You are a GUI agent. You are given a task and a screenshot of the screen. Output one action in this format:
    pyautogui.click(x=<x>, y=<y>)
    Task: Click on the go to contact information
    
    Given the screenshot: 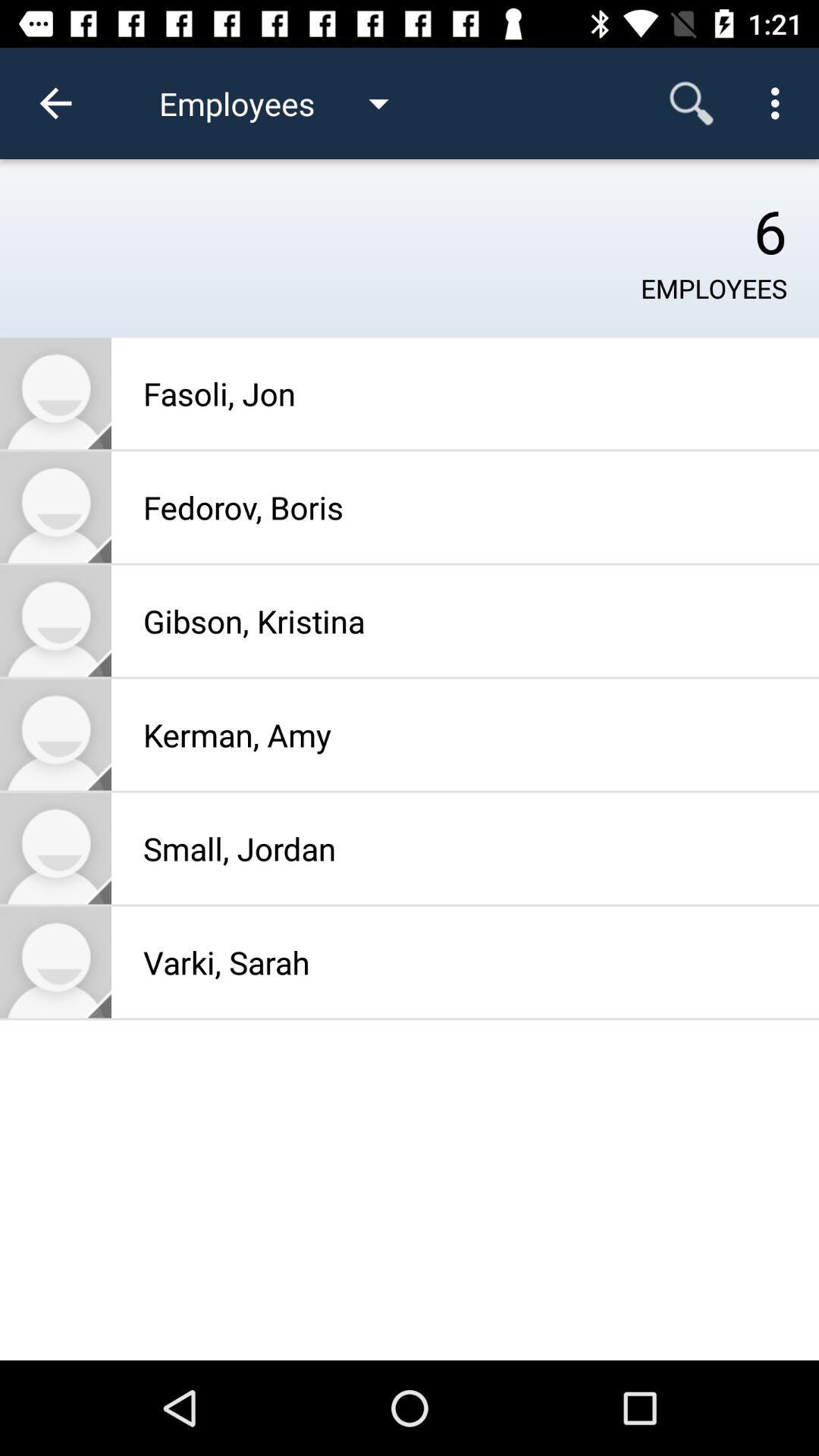 What is the action you would take?
    pyautogui.click(x=55, y=393)
    